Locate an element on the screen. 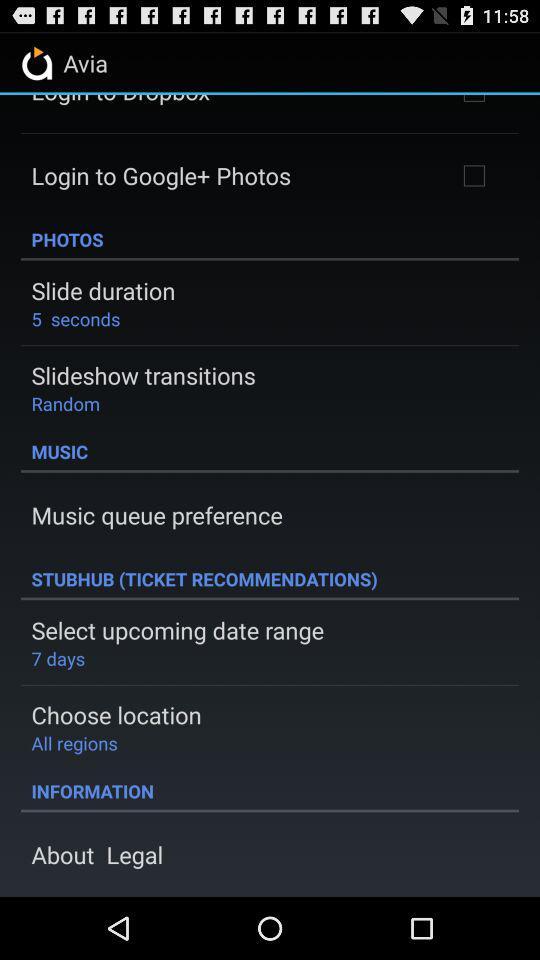  item above choose location item is located at coordinates (58, 657).